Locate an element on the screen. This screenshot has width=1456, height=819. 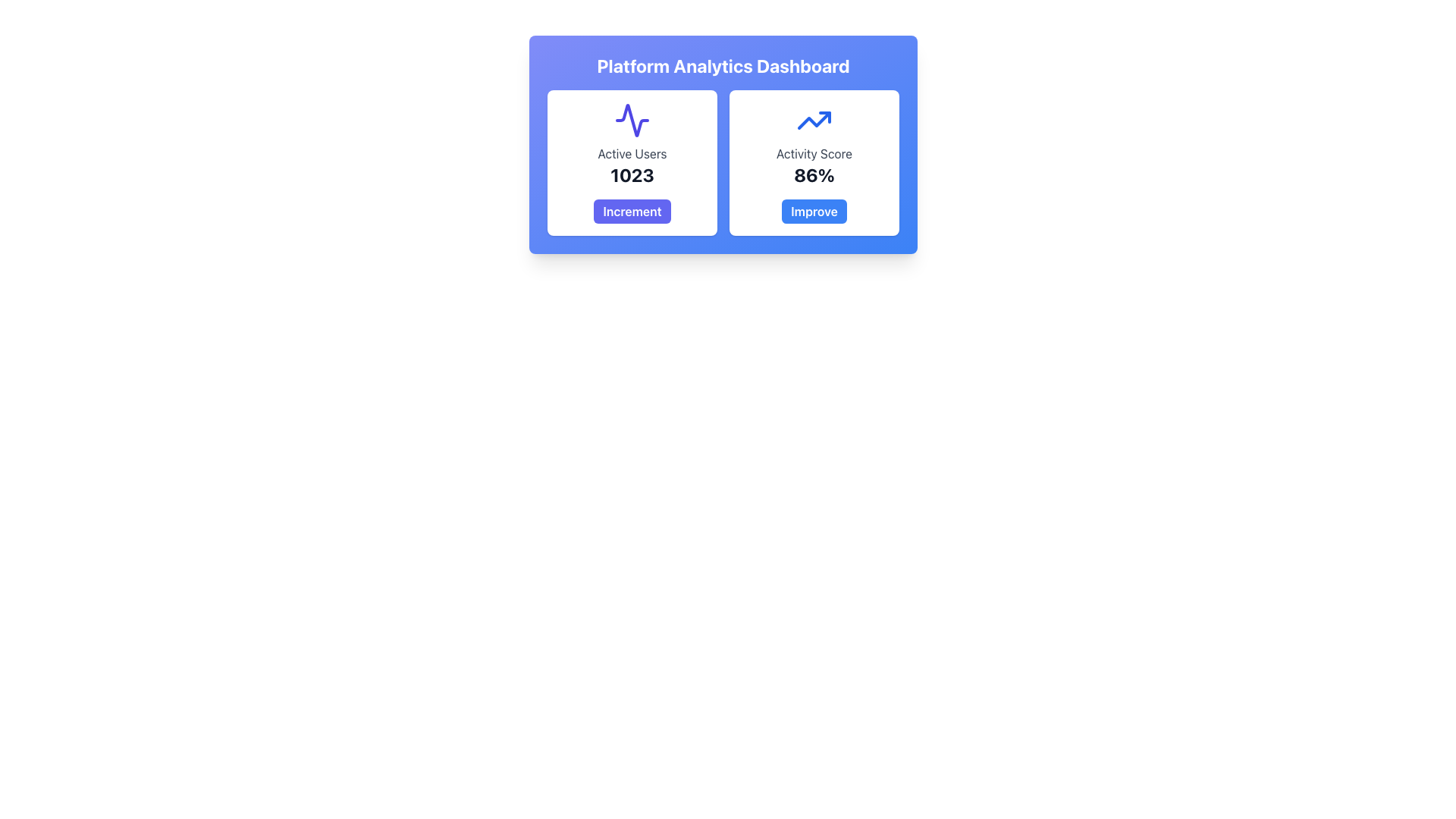
the SVG Icon representing 'Active Users' in the left card of the two-column layout is located at coordinates (632, 119).